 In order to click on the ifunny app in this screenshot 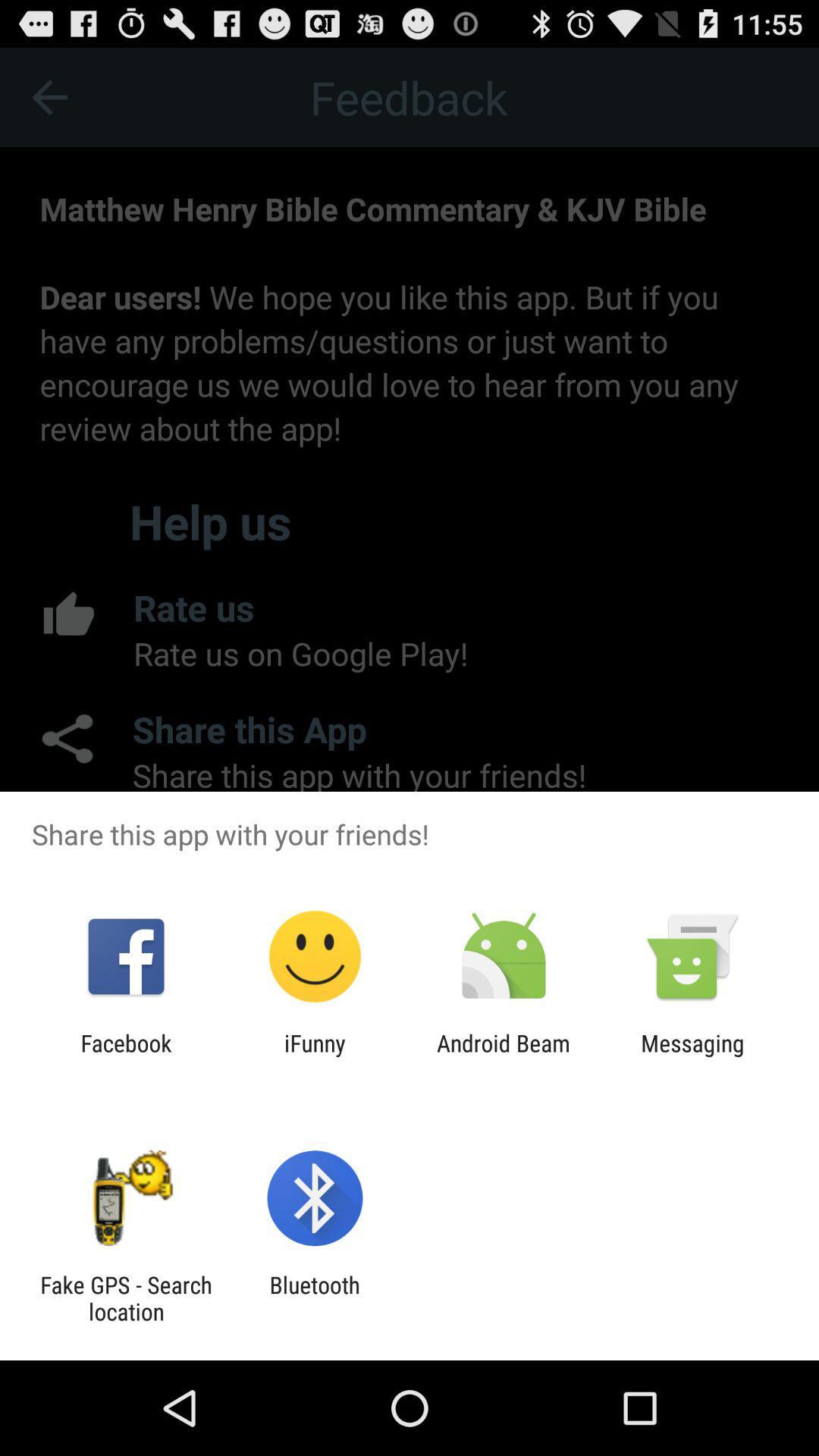, I will do `click(314, 1056)`.